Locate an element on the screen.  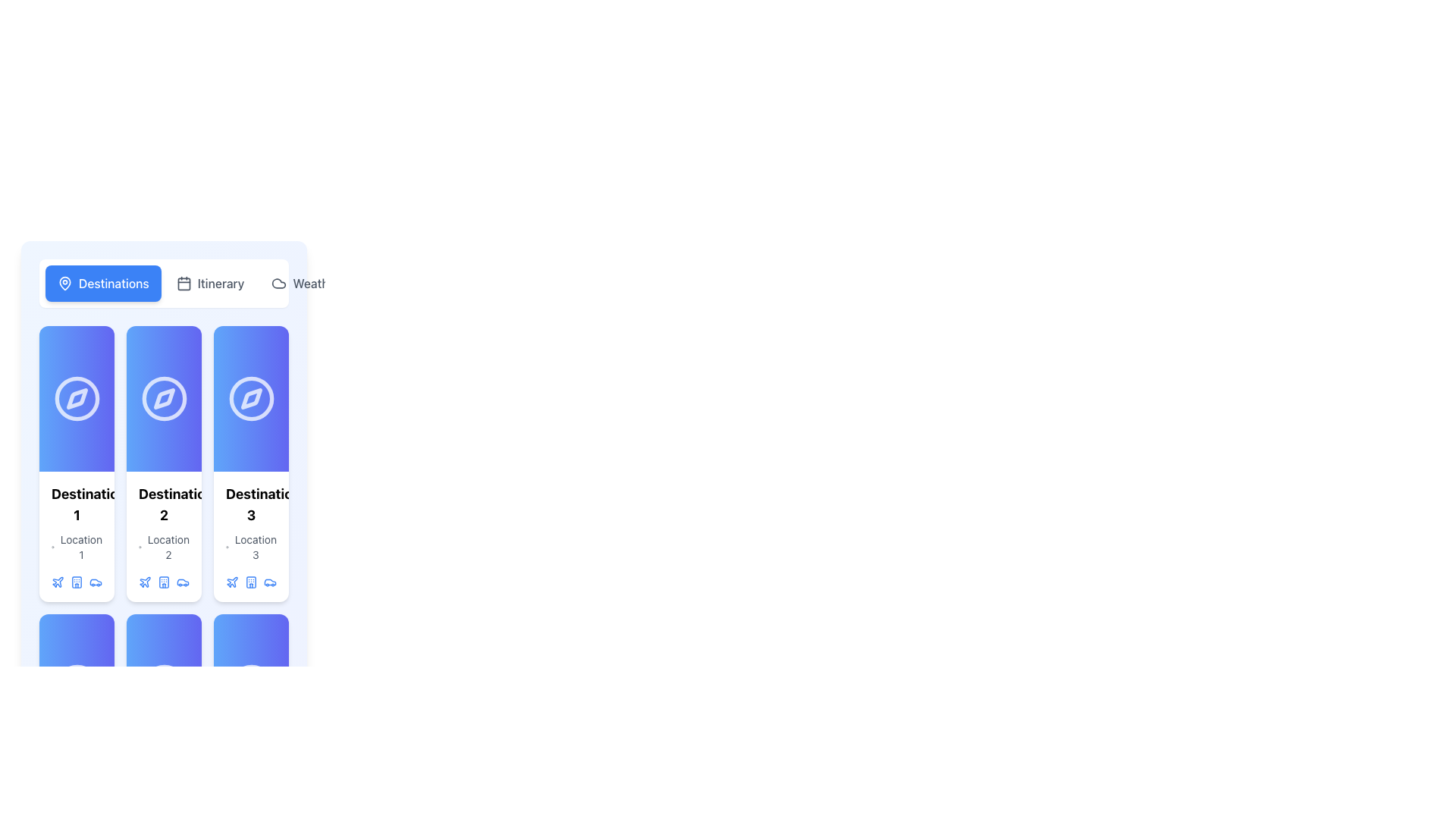
the text block displaying the name and location of a travel destination, which is part of the third card in a horizontally arranged list of cards is located at coordinates (251, 536).